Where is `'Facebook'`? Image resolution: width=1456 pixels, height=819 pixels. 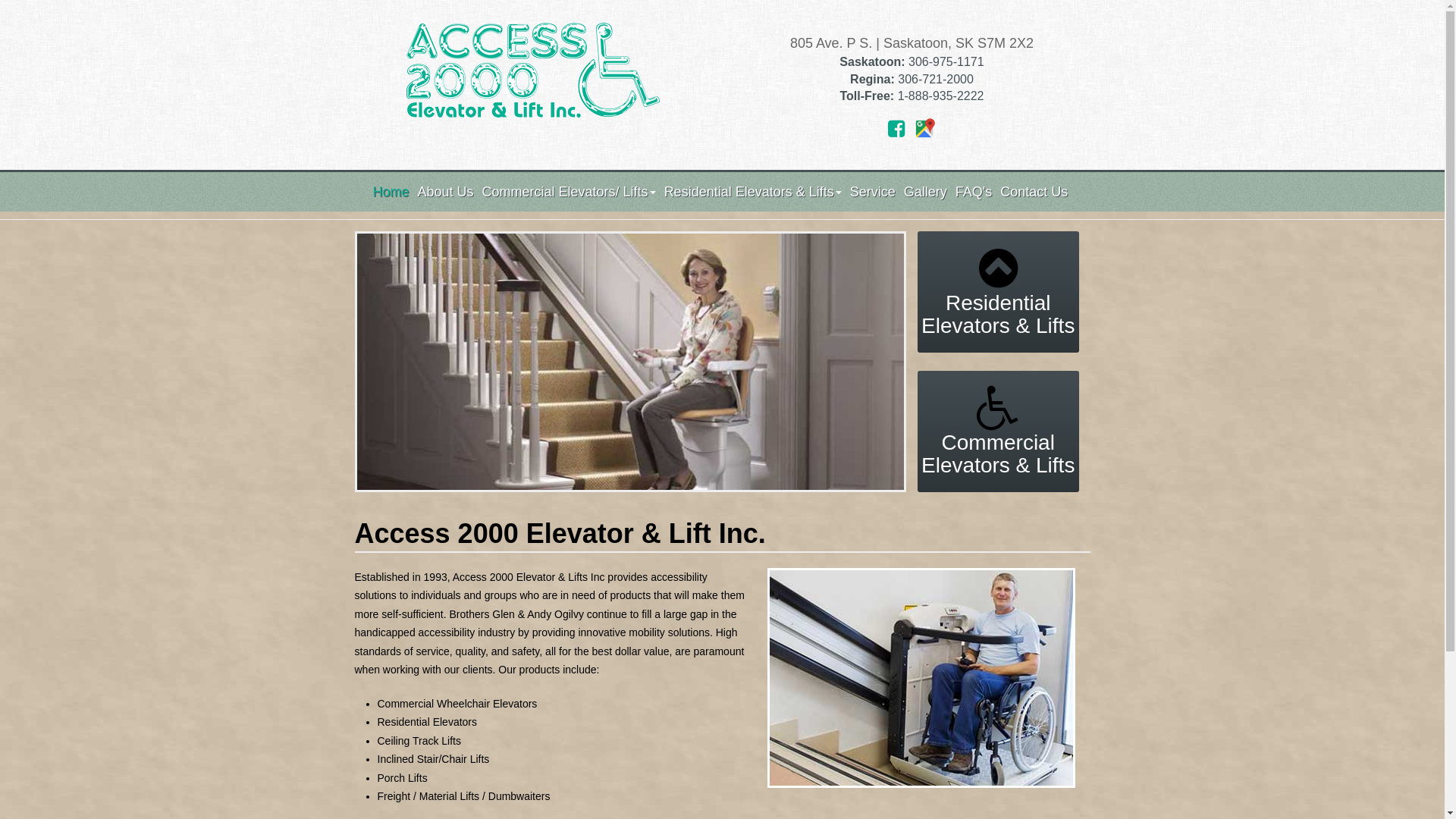
'Facebook' is located at coordinates (896, 127).